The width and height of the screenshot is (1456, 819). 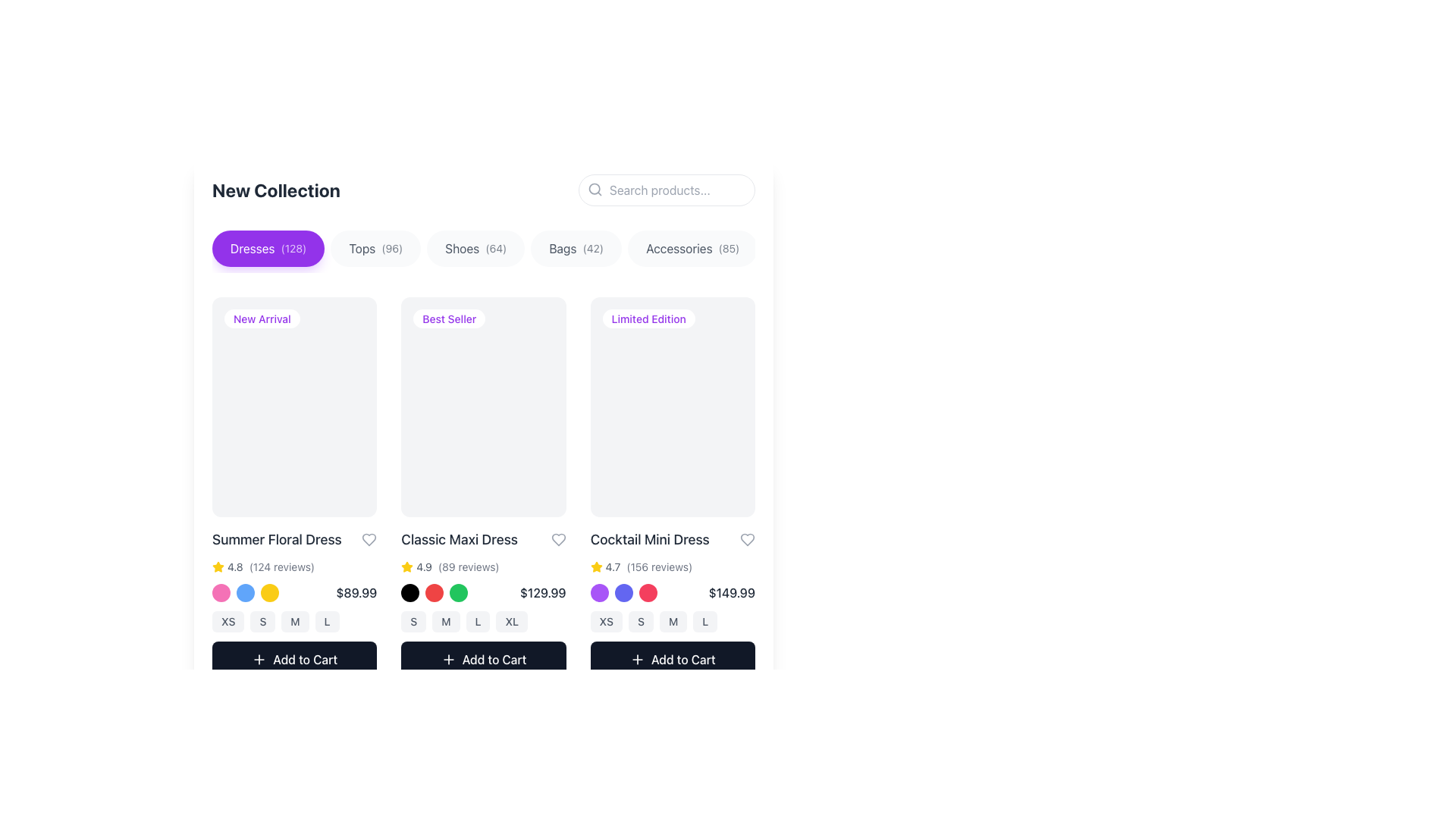 I want to click on the first circular color selection icon, so click(x=598, y=591).